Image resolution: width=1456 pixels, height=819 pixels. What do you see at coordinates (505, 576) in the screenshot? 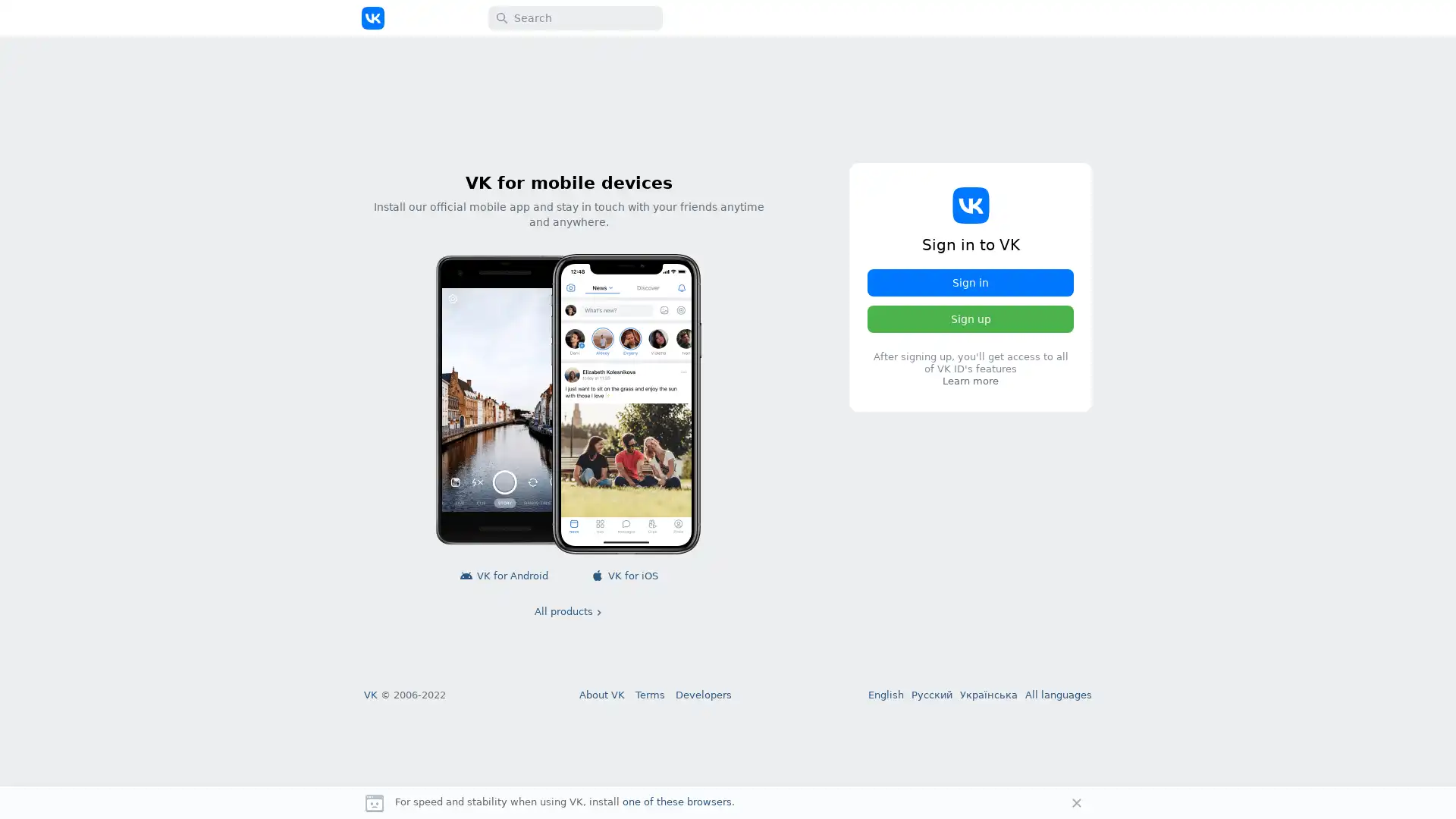
I see `VK for Android` at bounding box center [505, 576].